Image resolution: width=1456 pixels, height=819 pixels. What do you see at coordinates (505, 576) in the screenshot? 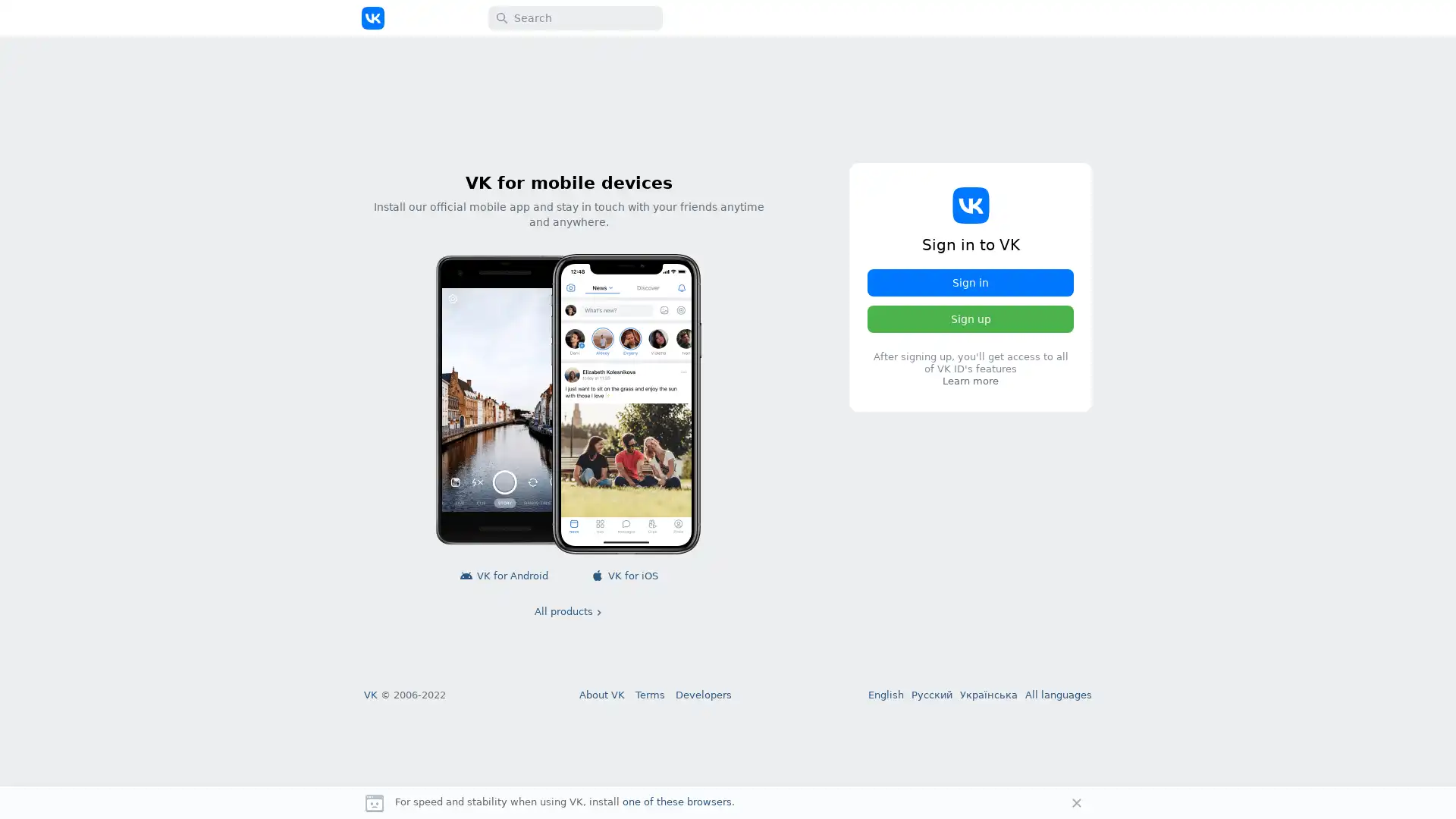
I see `VK for Android` at bounding box center [505, 576].